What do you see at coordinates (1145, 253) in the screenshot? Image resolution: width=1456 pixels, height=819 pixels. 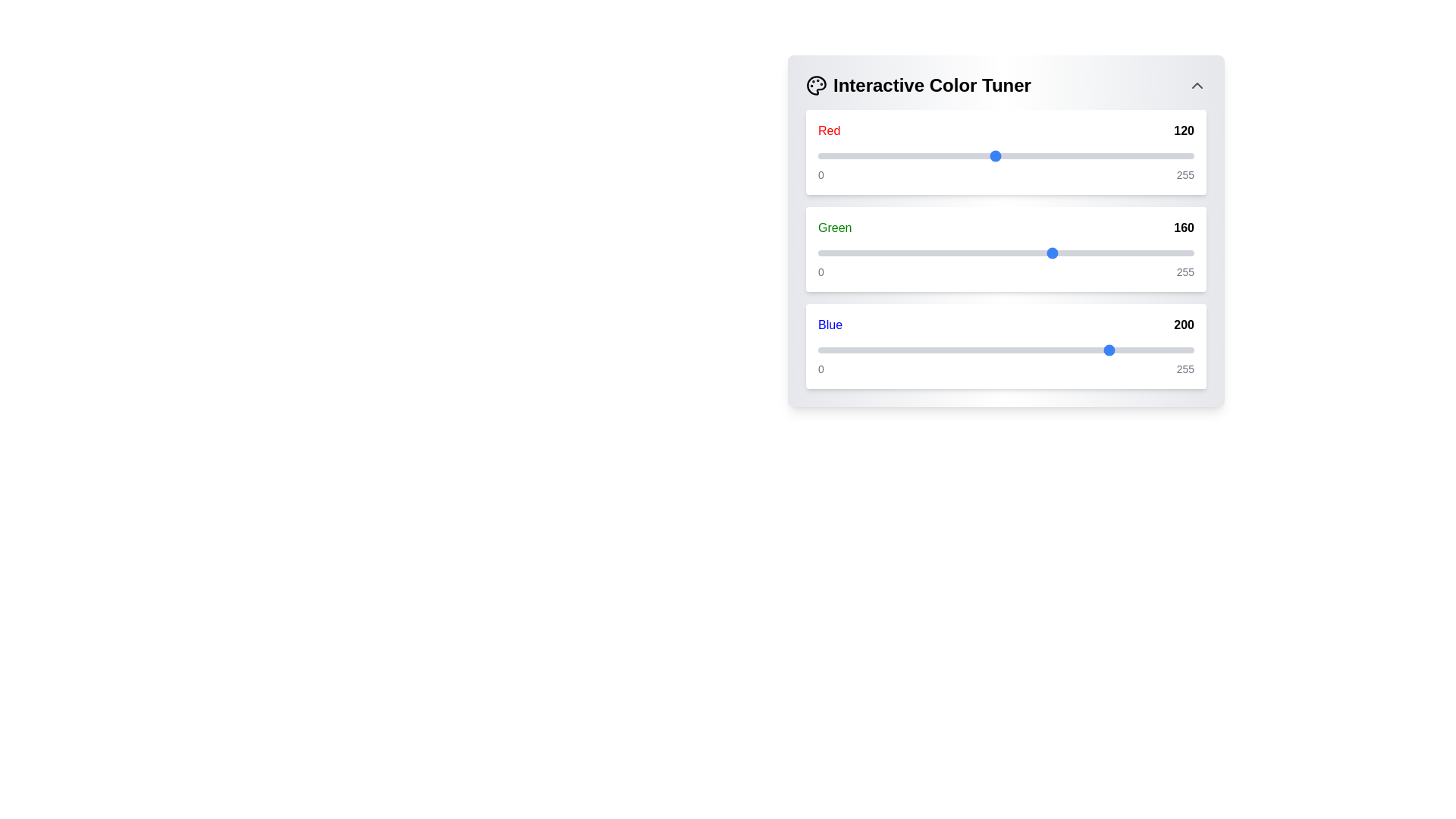 I see `the green color intensity` at bounding box center [1145, 253].